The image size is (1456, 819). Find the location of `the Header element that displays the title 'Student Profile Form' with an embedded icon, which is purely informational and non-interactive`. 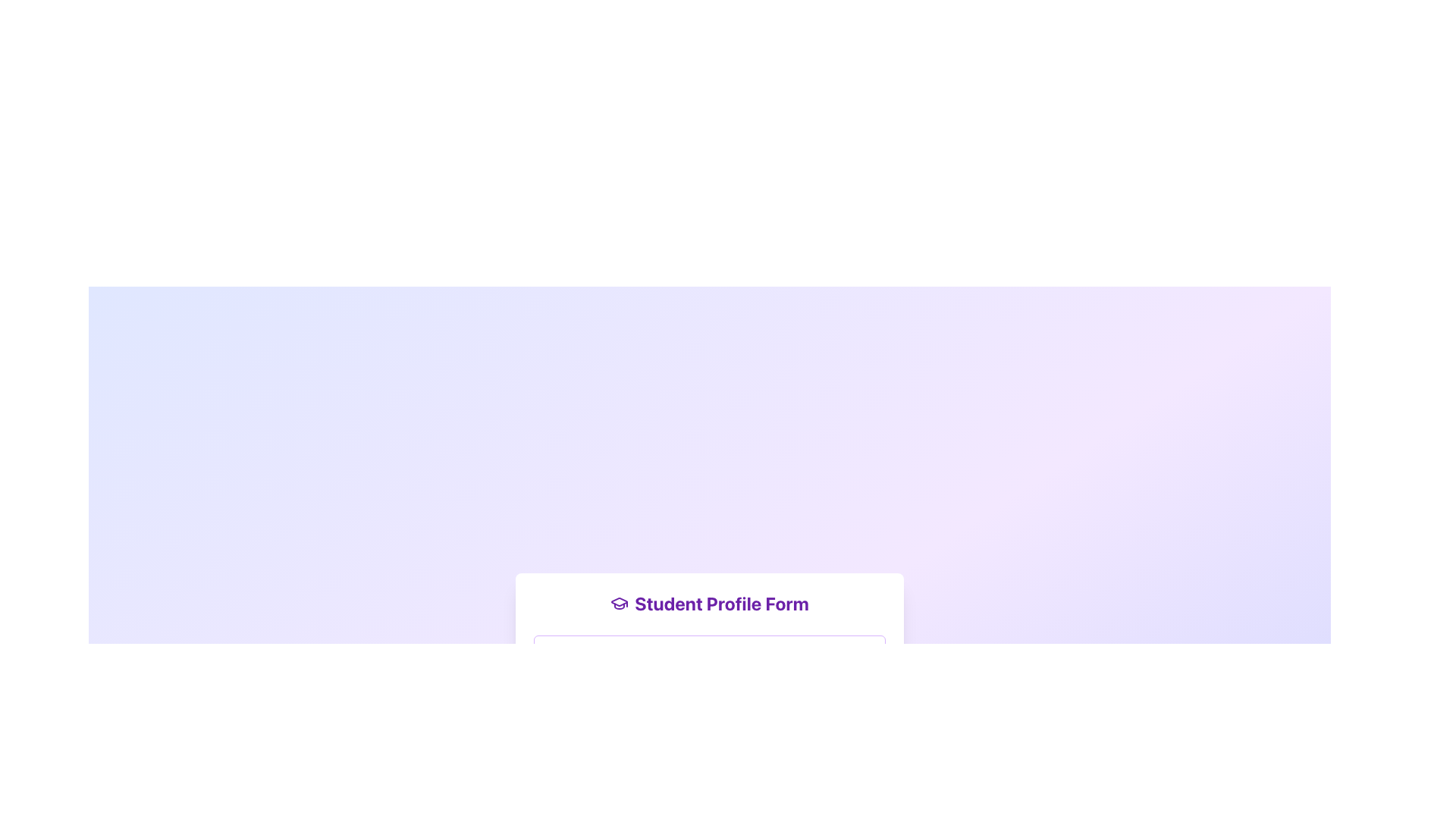

the Header element that displays the title 'Student Profile Form' with an embedded icon, which is purely informational and non-interactive is located at coordinates (709, 602).